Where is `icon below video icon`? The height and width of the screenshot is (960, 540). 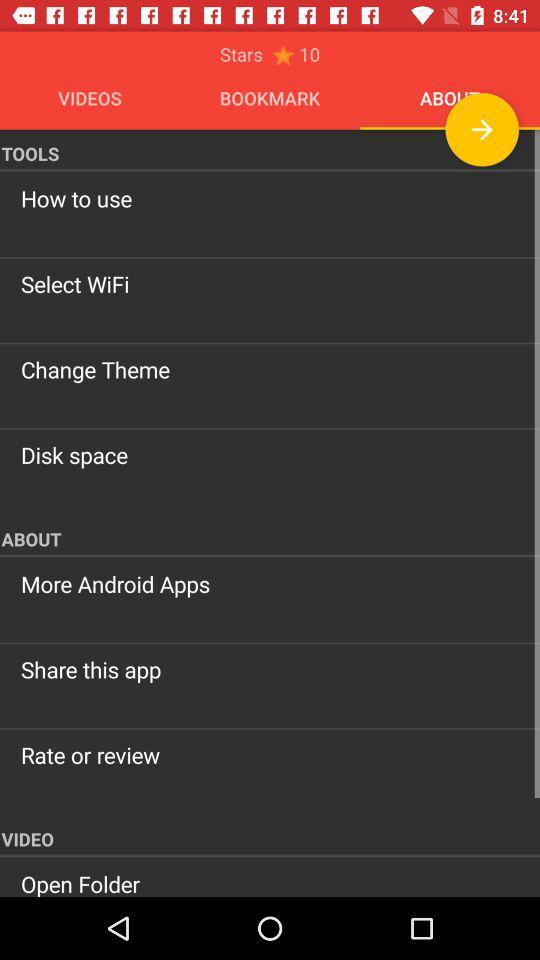
icon below video icon is located at coordinates (270, 882).